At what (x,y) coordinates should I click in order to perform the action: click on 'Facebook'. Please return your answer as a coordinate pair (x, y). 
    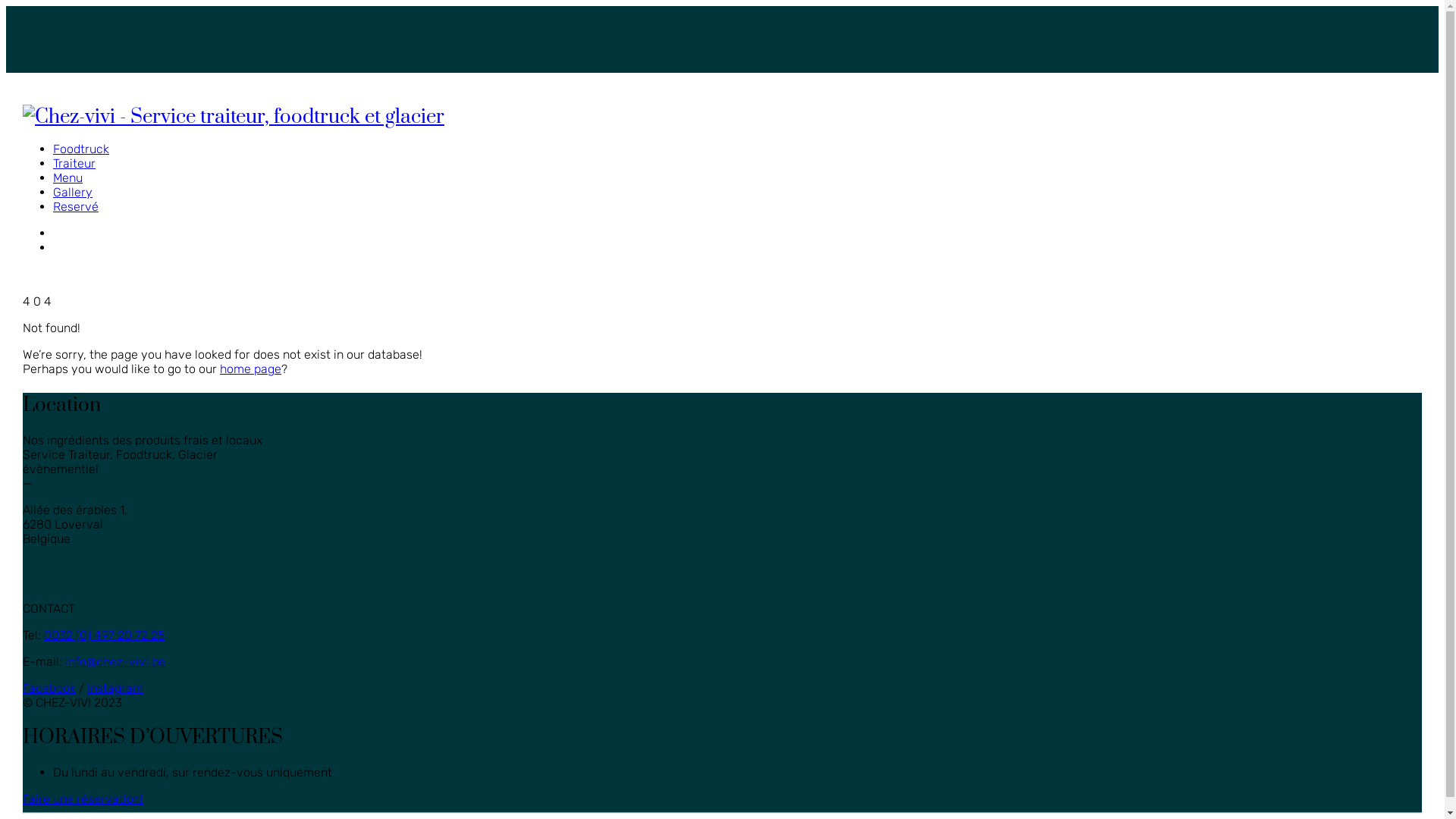
    Looking at the image, I should click on (49, 688).